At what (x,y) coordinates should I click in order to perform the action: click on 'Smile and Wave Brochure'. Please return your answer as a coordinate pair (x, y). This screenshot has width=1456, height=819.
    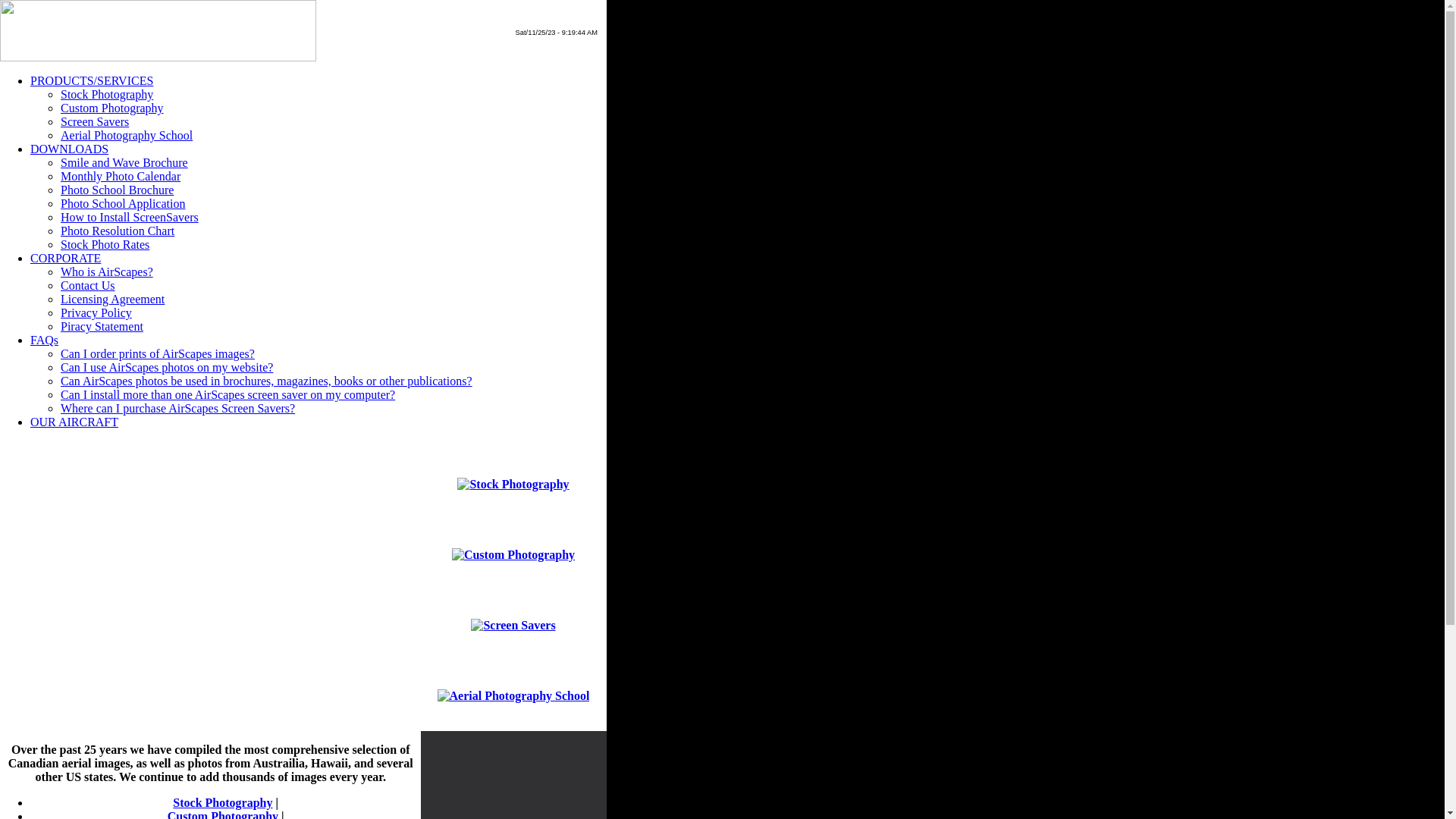
    Looking at the image, I should click on (61, 162).